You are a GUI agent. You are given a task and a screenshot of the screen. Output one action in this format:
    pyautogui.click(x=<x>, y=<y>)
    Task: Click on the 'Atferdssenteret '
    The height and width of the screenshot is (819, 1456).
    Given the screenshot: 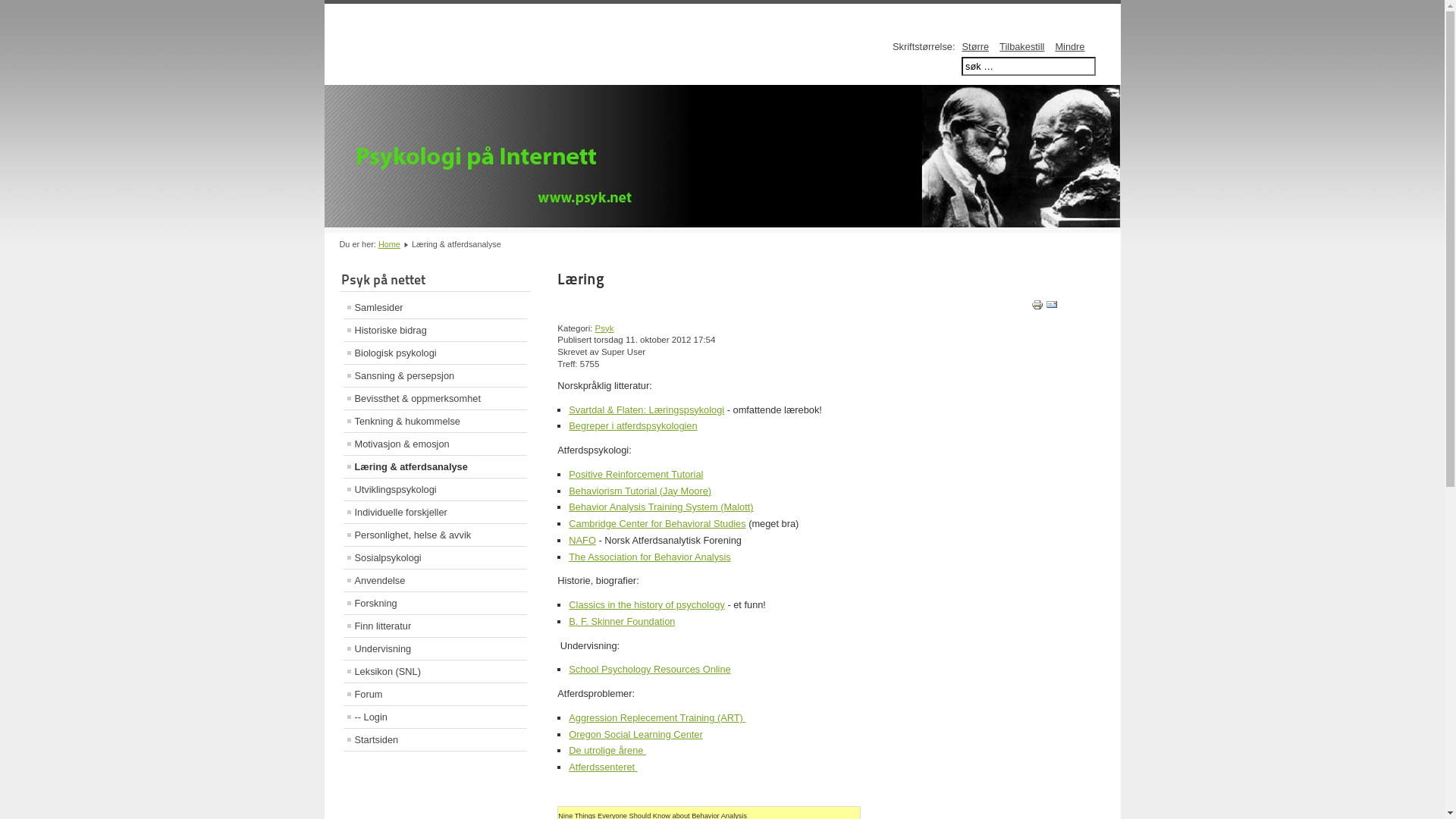 What is the action you would take?
    pyautogui.click(x=602, y=767)
    